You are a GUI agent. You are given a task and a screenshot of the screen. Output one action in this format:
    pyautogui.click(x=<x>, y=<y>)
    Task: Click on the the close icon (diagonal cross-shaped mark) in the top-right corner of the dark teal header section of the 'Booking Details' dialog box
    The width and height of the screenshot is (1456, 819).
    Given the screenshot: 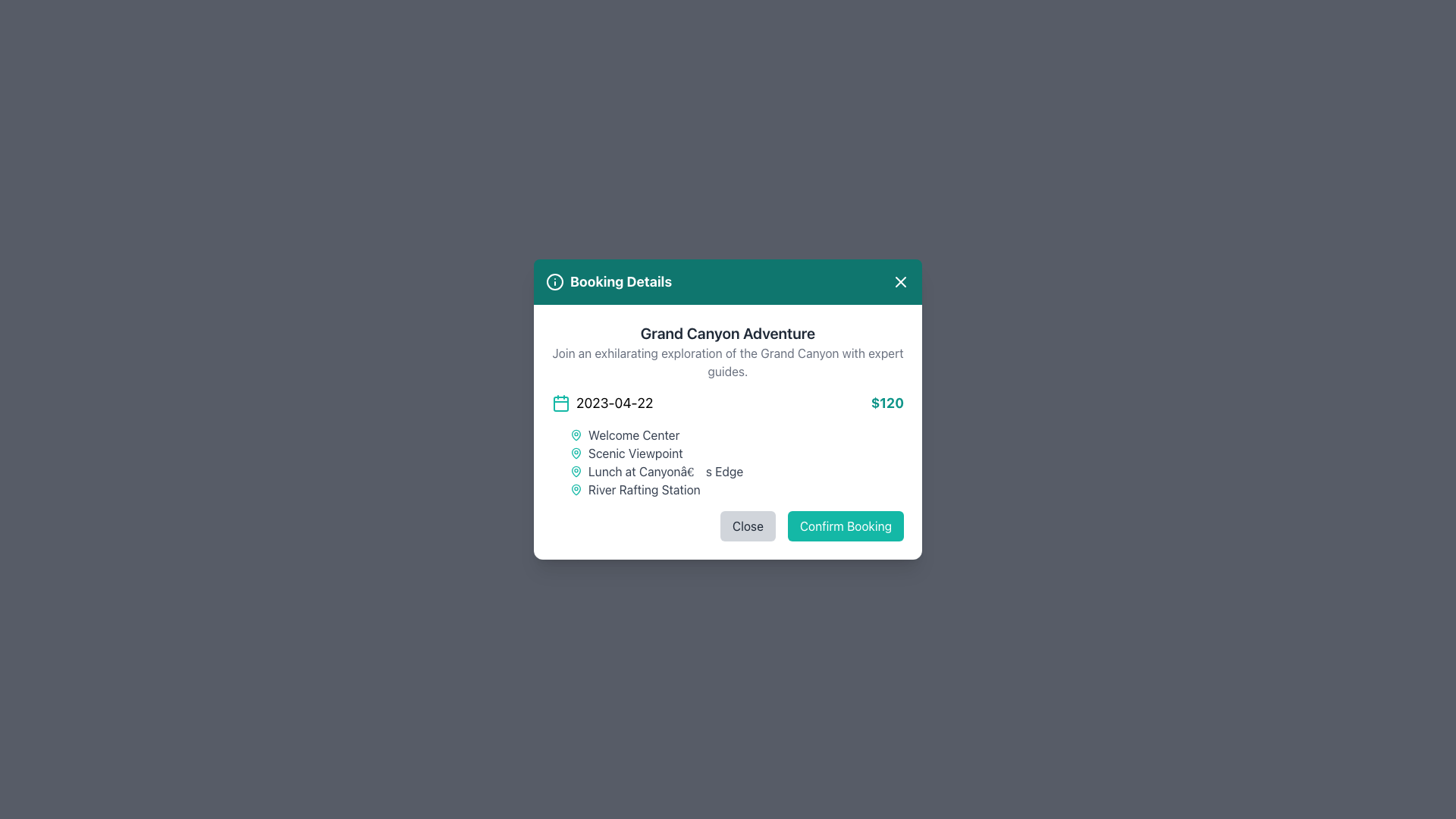 What is the action you would take?
    pyautogui.click(x=901, y=281)
    